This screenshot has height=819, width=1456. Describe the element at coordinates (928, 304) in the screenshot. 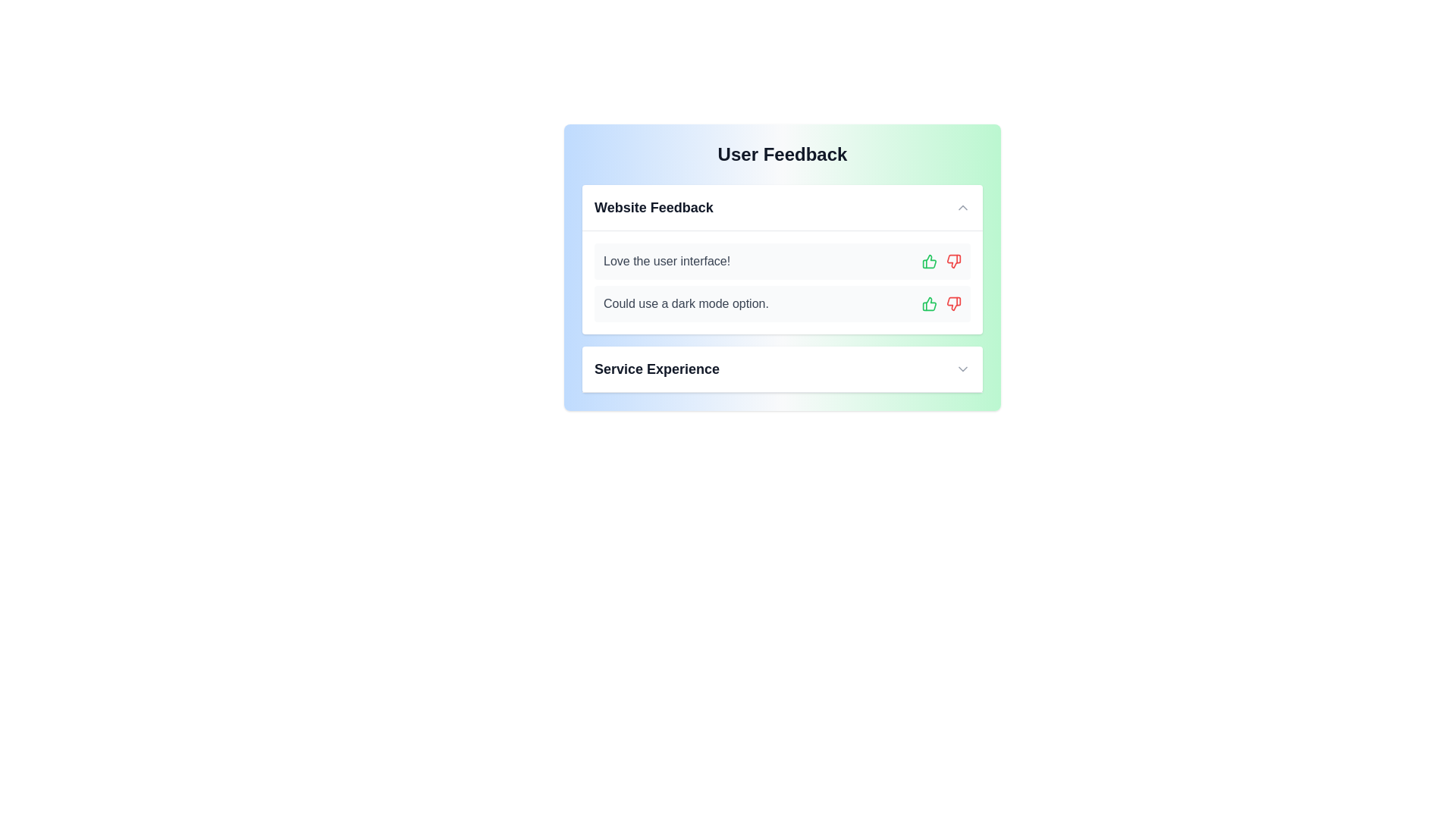

I see `the thumbs up icon for the comment 'Could use a dark mode option.'` at that location.